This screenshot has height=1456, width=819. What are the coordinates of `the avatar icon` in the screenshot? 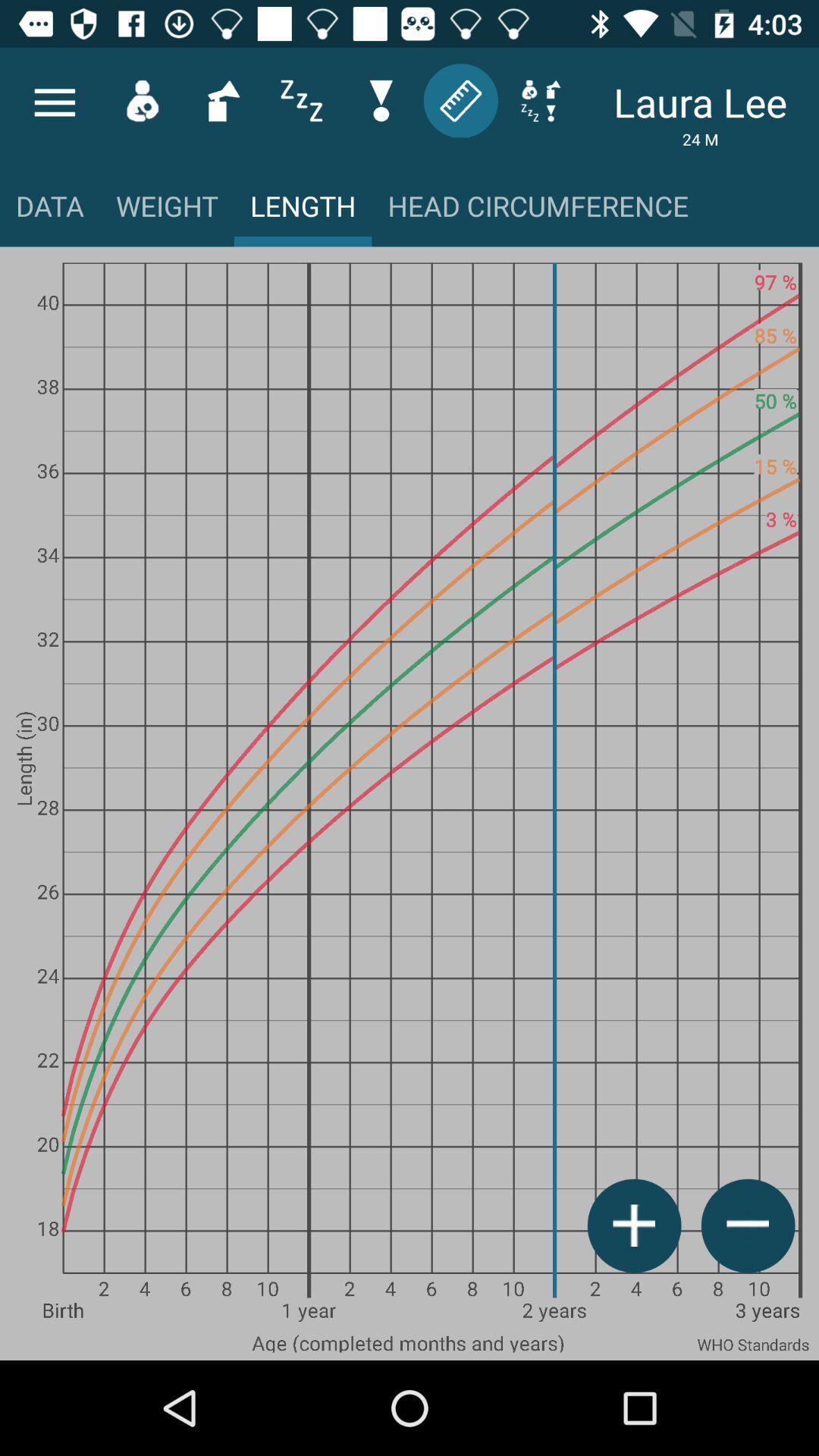 It's located at (142, 99).